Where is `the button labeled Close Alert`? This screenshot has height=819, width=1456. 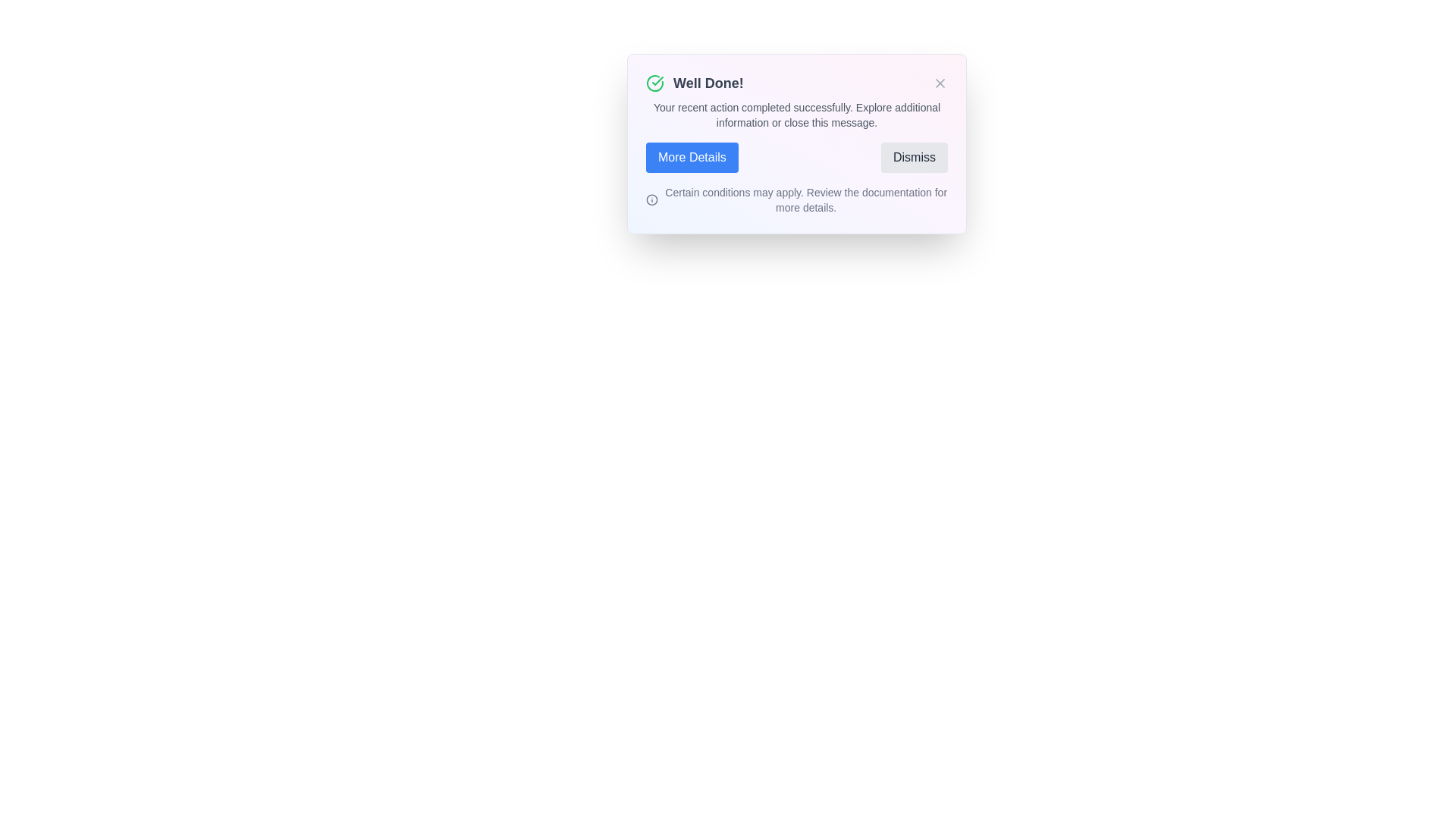
the button labeled Close Alert is located at coordinates (939, 83).